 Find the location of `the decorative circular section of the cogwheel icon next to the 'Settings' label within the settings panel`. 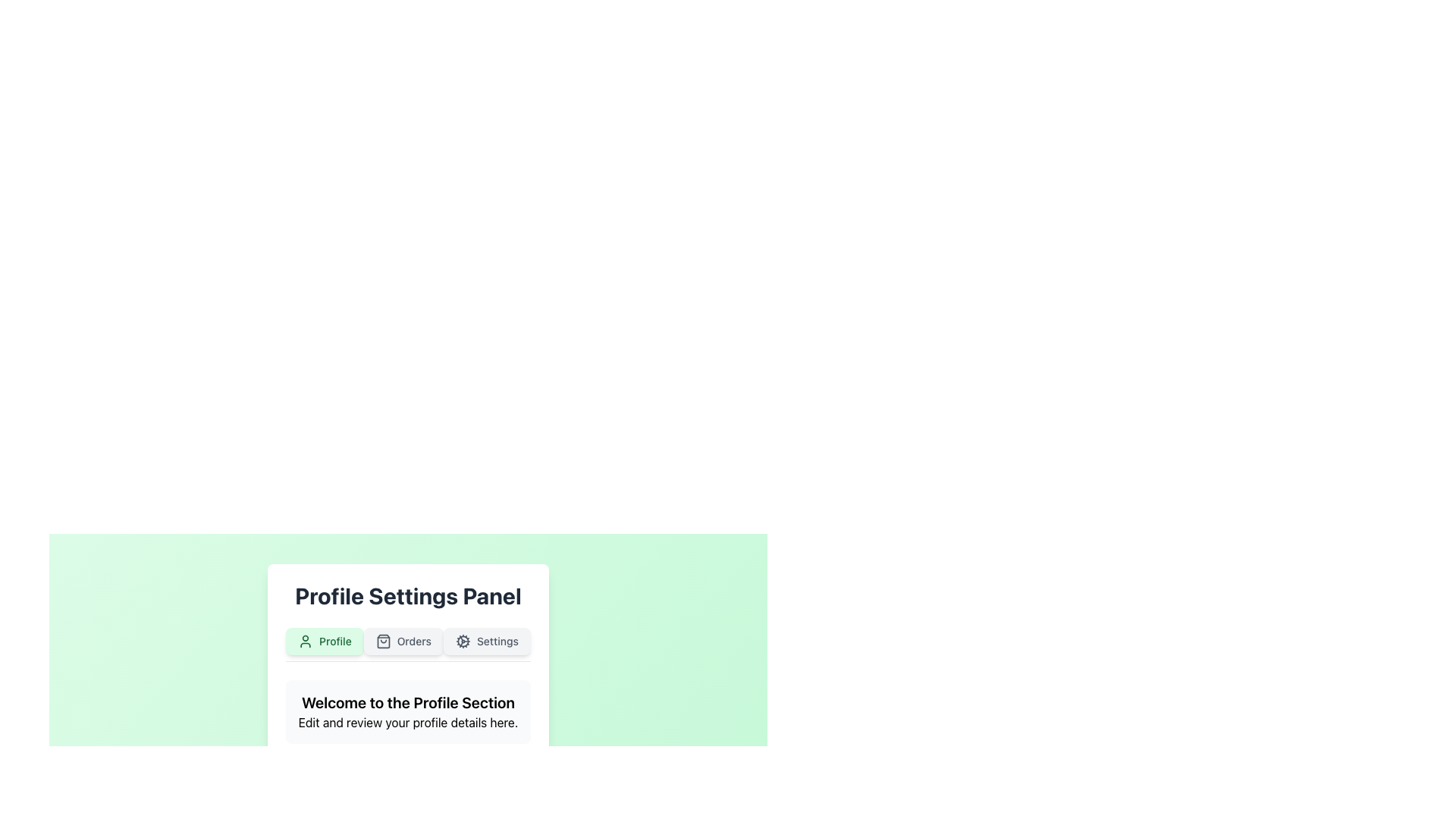

the decorative circular section of the cogwheel icon next to the 'Settings' label within the settings panel is located at coordinates (462, 641).